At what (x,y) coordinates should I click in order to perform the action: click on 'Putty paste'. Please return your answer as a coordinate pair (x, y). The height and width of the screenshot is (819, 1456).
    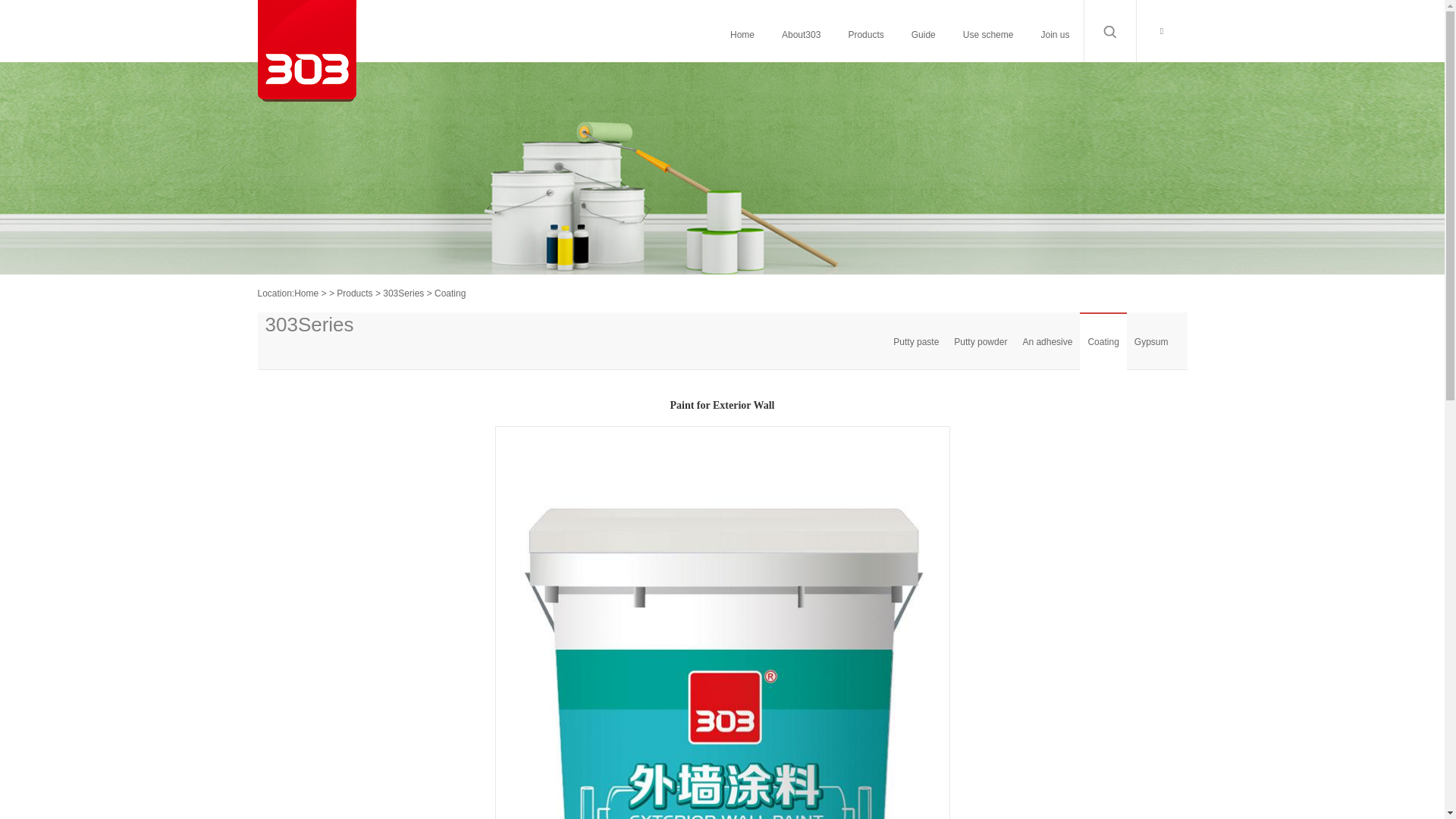
    Looking at the image, I should click on (915, 341).